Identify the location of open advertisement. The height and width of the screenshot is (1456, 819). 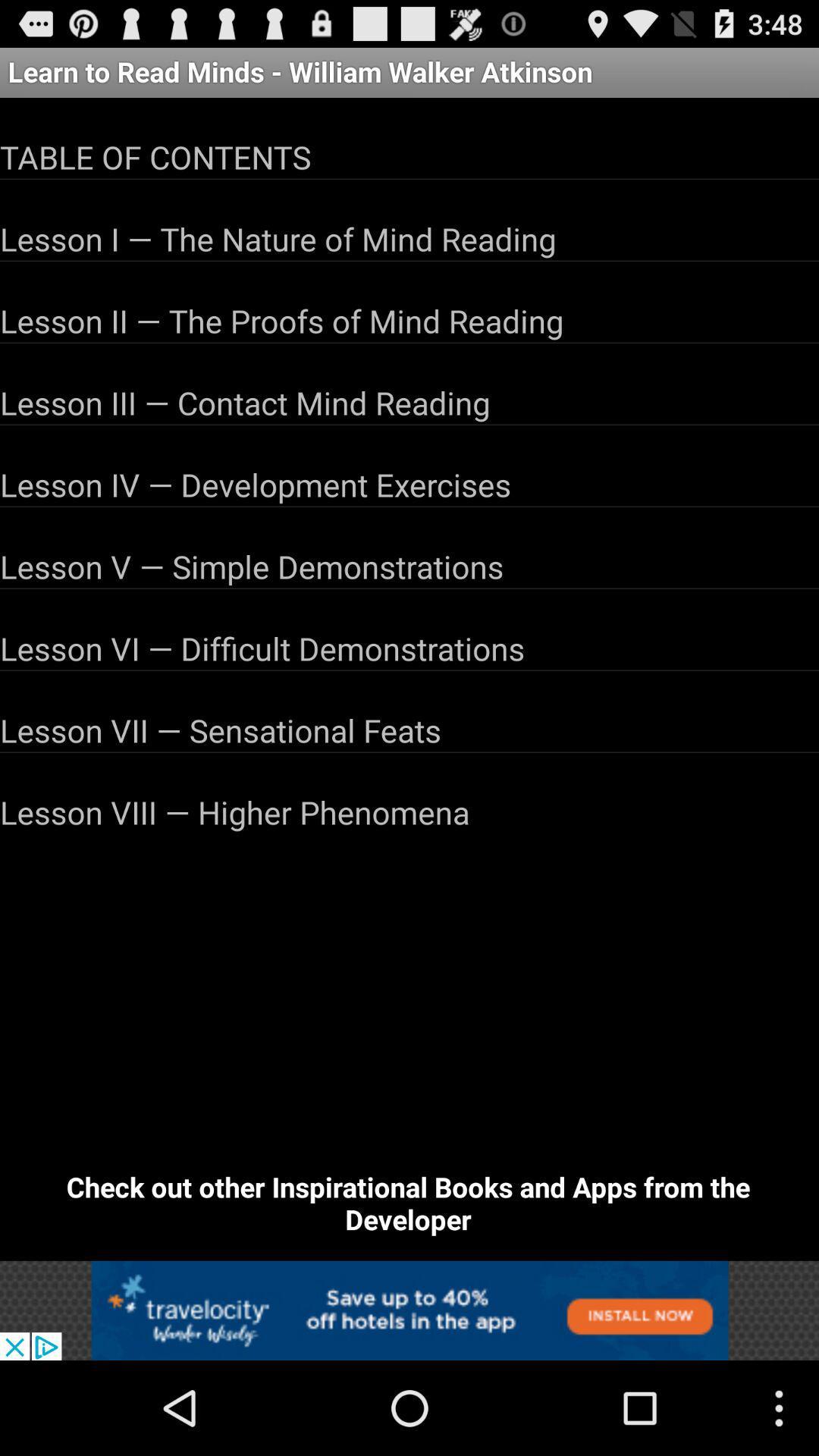
(409, 1310).